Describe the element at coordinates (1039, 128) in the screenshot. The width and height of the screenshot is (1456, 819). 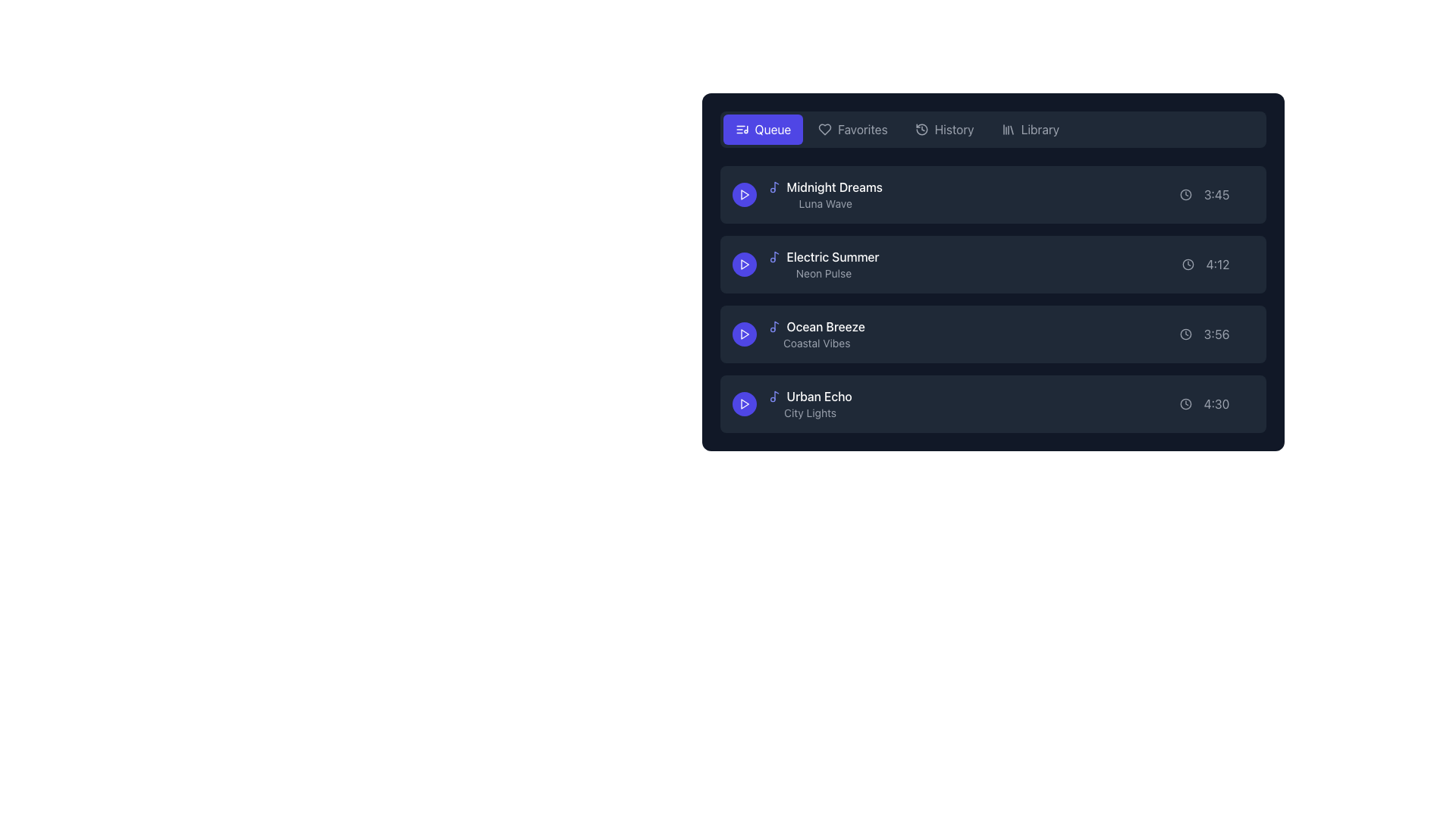
I see `the 'Library' text label in the top-right corner of the menu bar` at that location.